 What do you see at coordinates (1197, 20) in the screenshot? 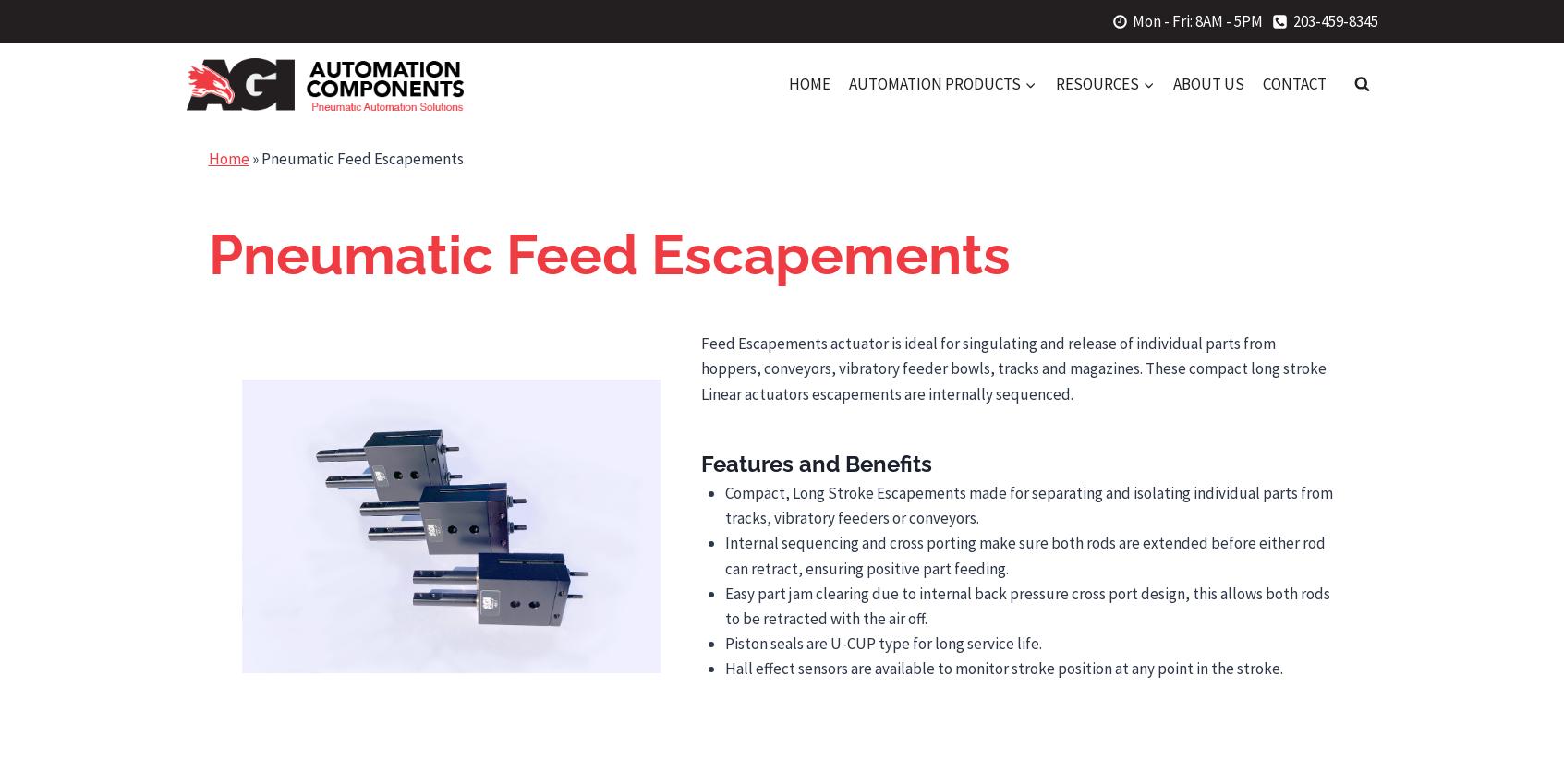
I see `'Mon - Fri: 8AM - 5PM'` at bounding box center [1197, 20].